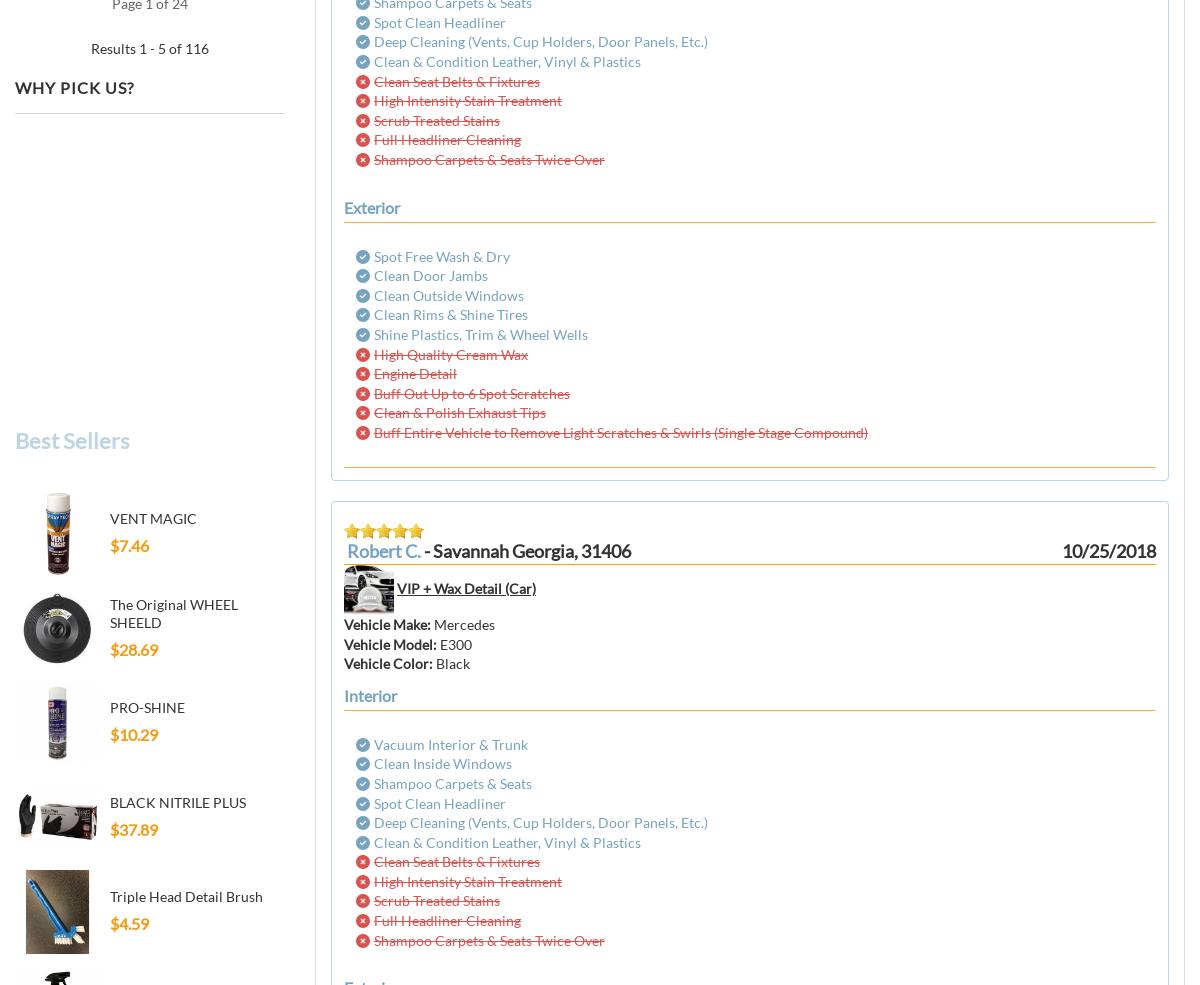  What do you see at coordinates (344, 205) in the screenshot?
I see `'exterior'` at bounding box center [344, 205].